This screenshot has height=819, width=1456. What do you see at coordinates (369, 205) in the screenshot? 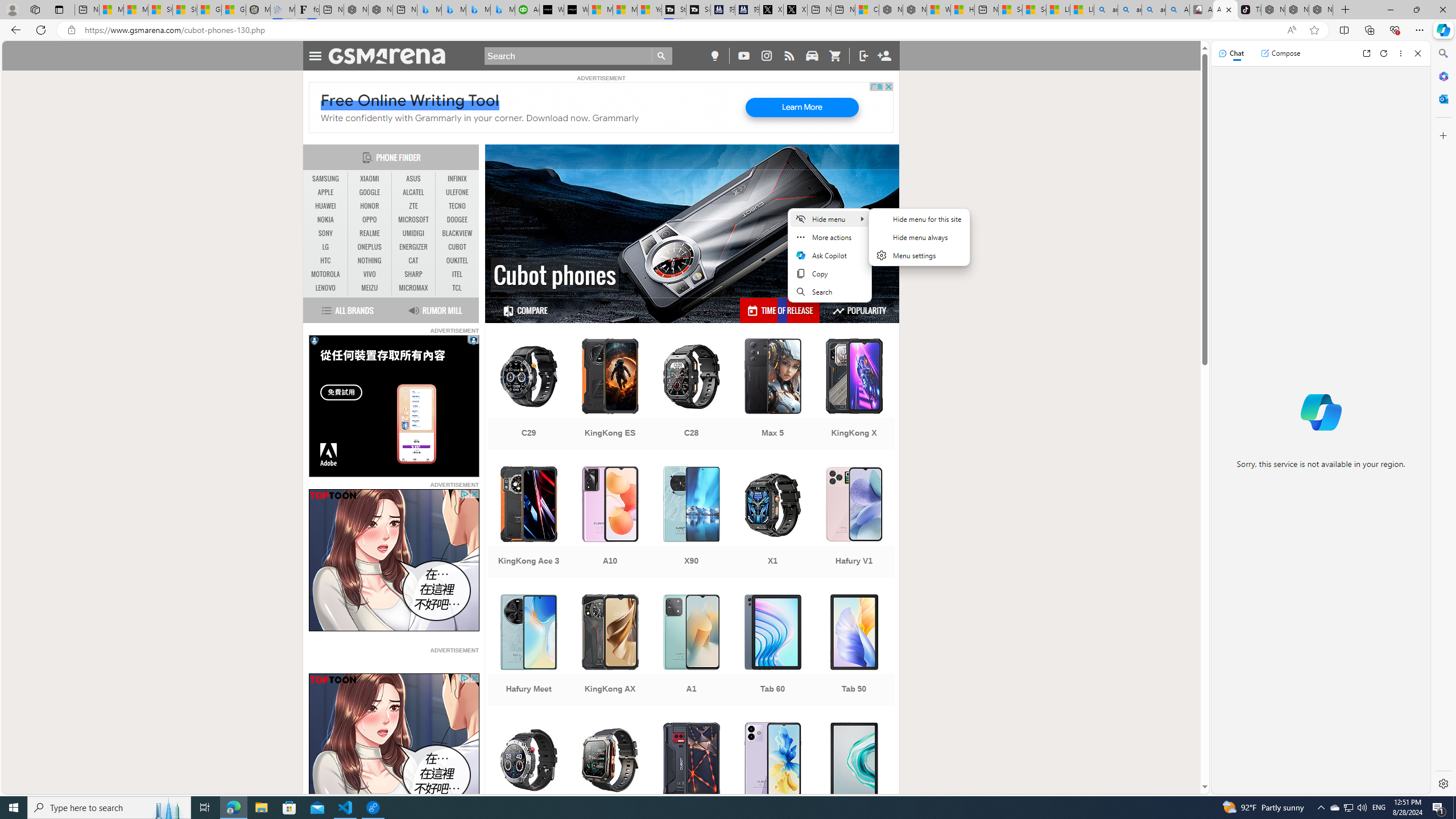
I see `'HONOR'` at bounding box center [369, 205].